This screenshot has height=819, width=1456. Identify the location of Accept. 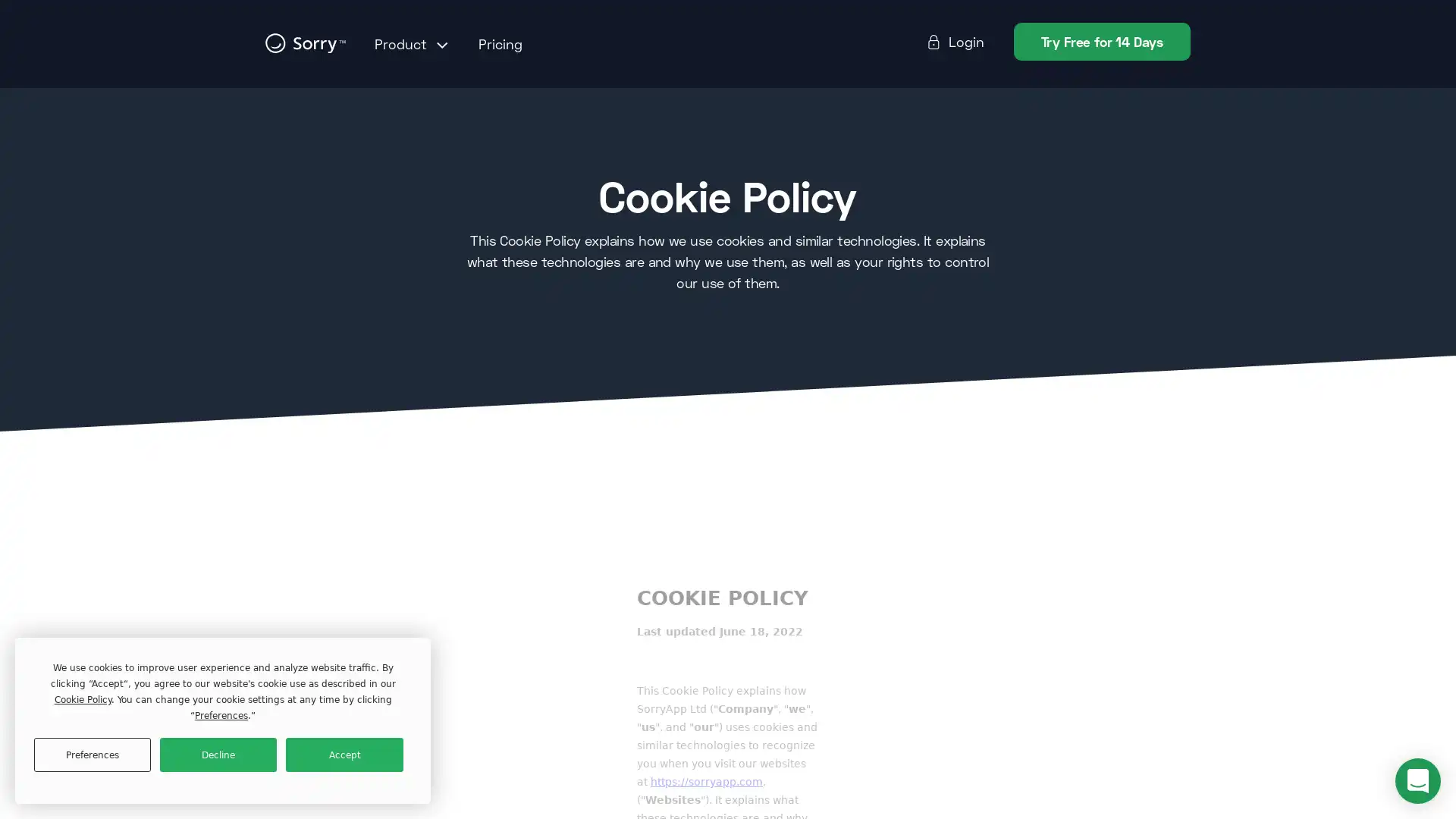
(344, 755).